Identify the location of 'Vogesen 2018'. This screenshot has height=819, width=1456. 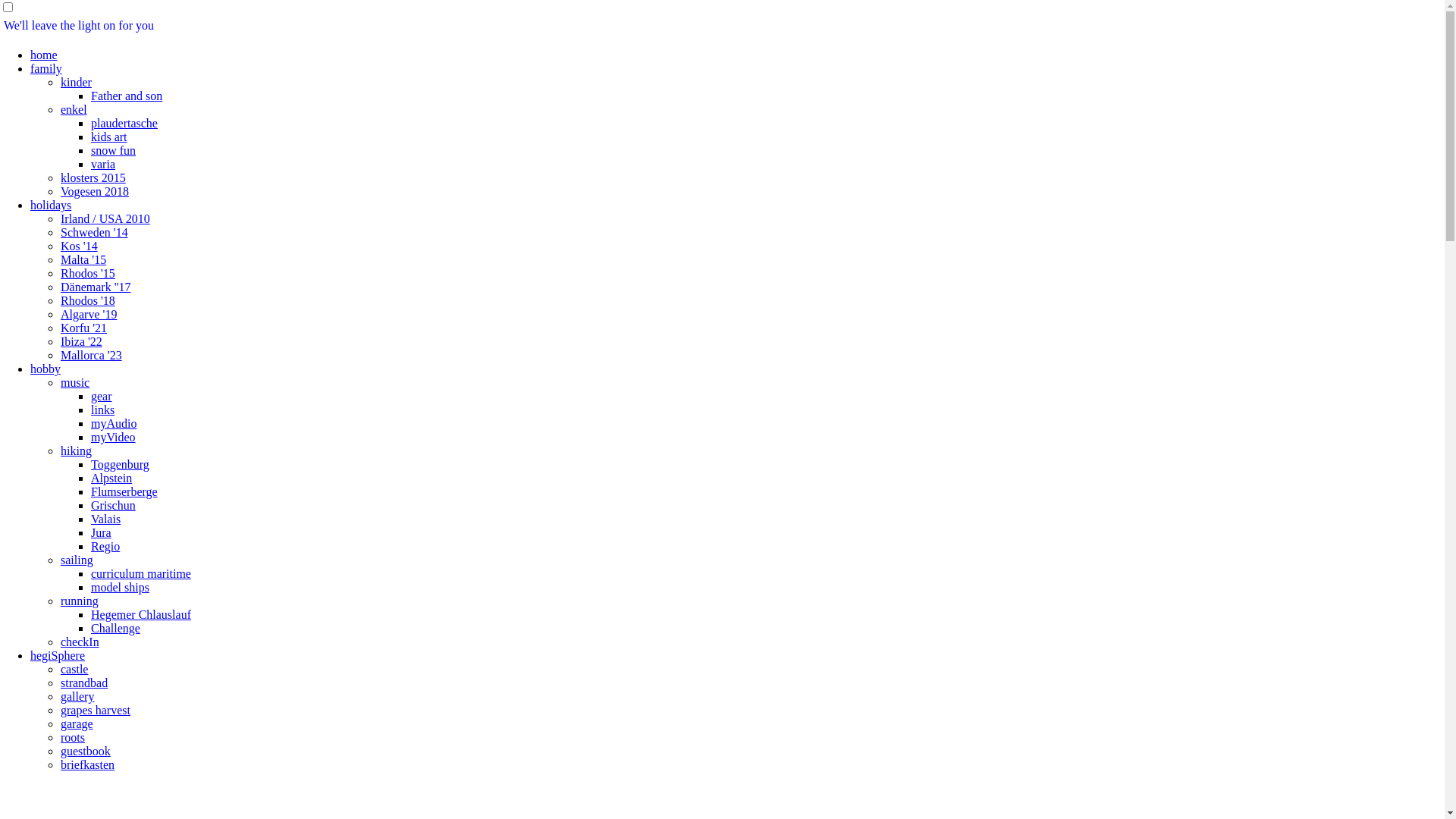
(93, 190).